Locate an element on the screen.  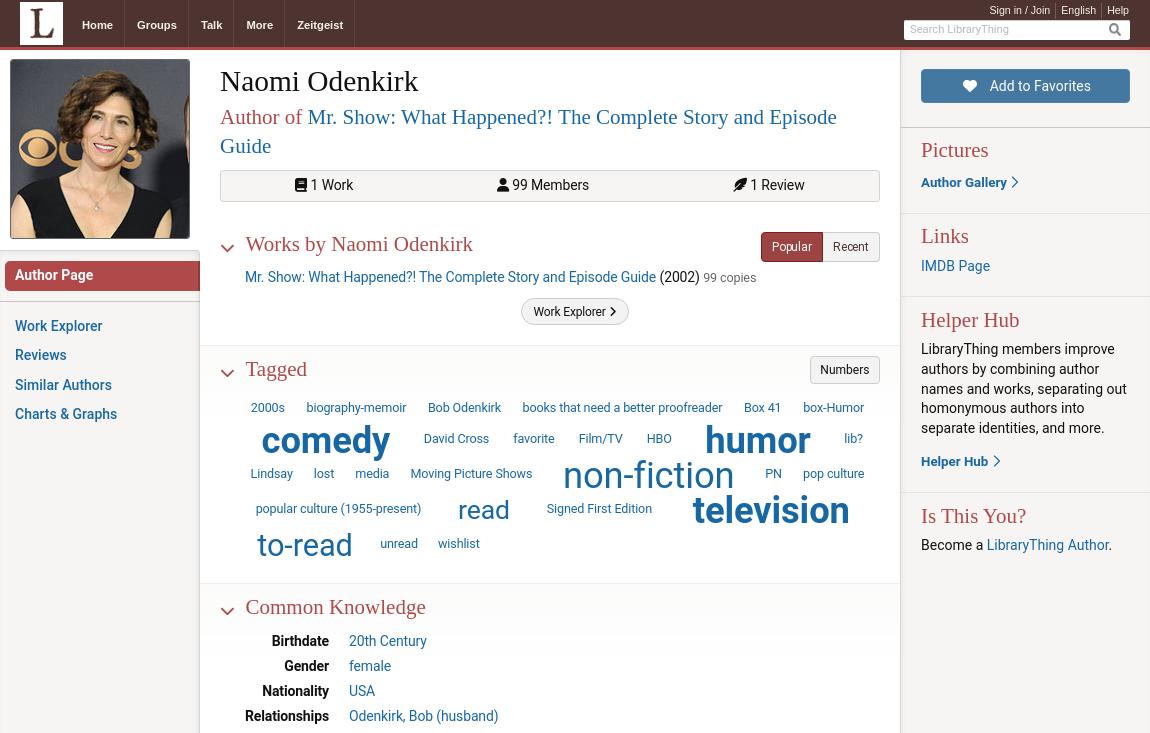
'Recent' is located at coordinates (849, 245).